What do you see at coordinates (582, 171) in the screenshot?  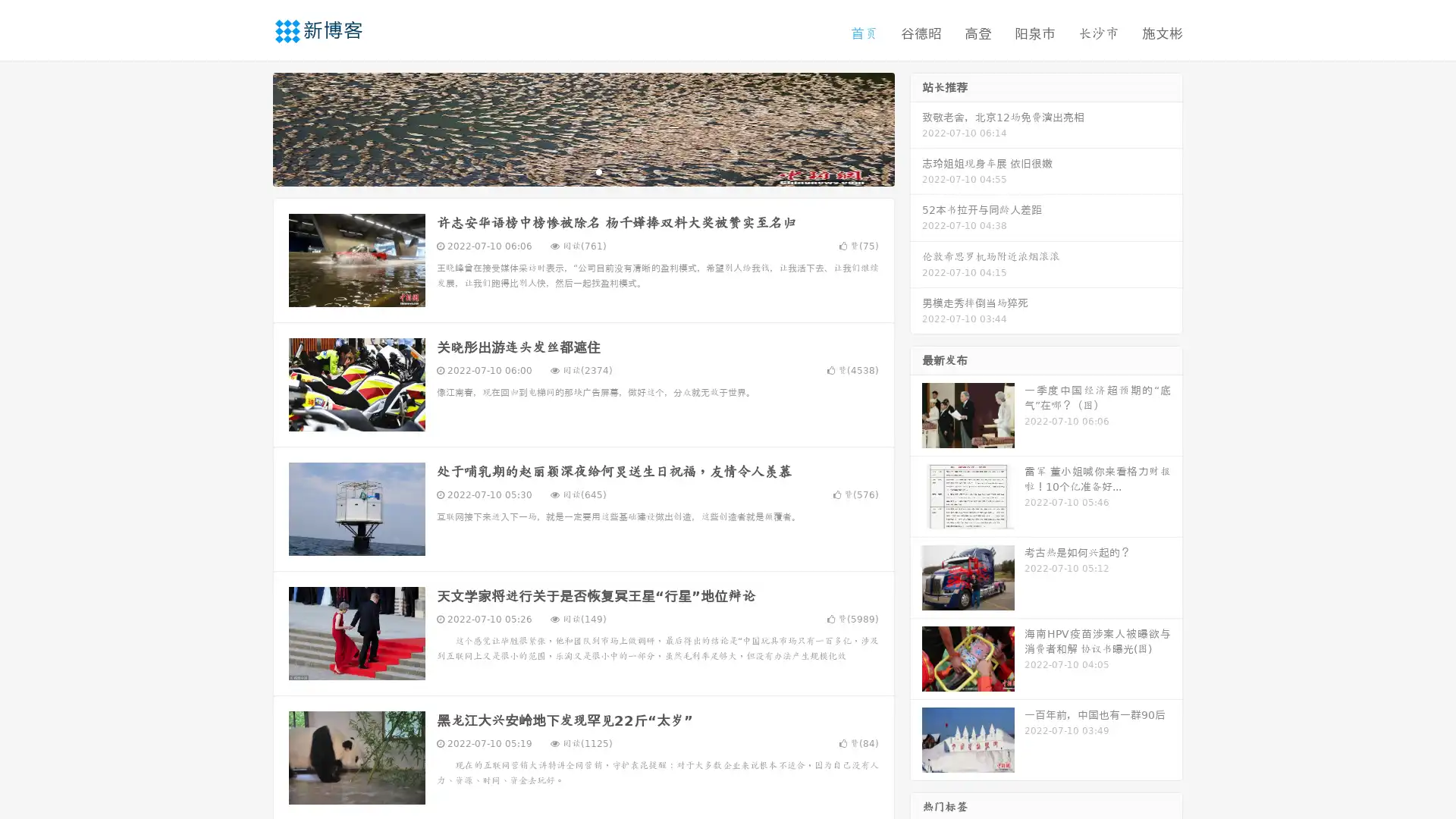 I see `Go to slide 2` at bounding box center [582, 171].